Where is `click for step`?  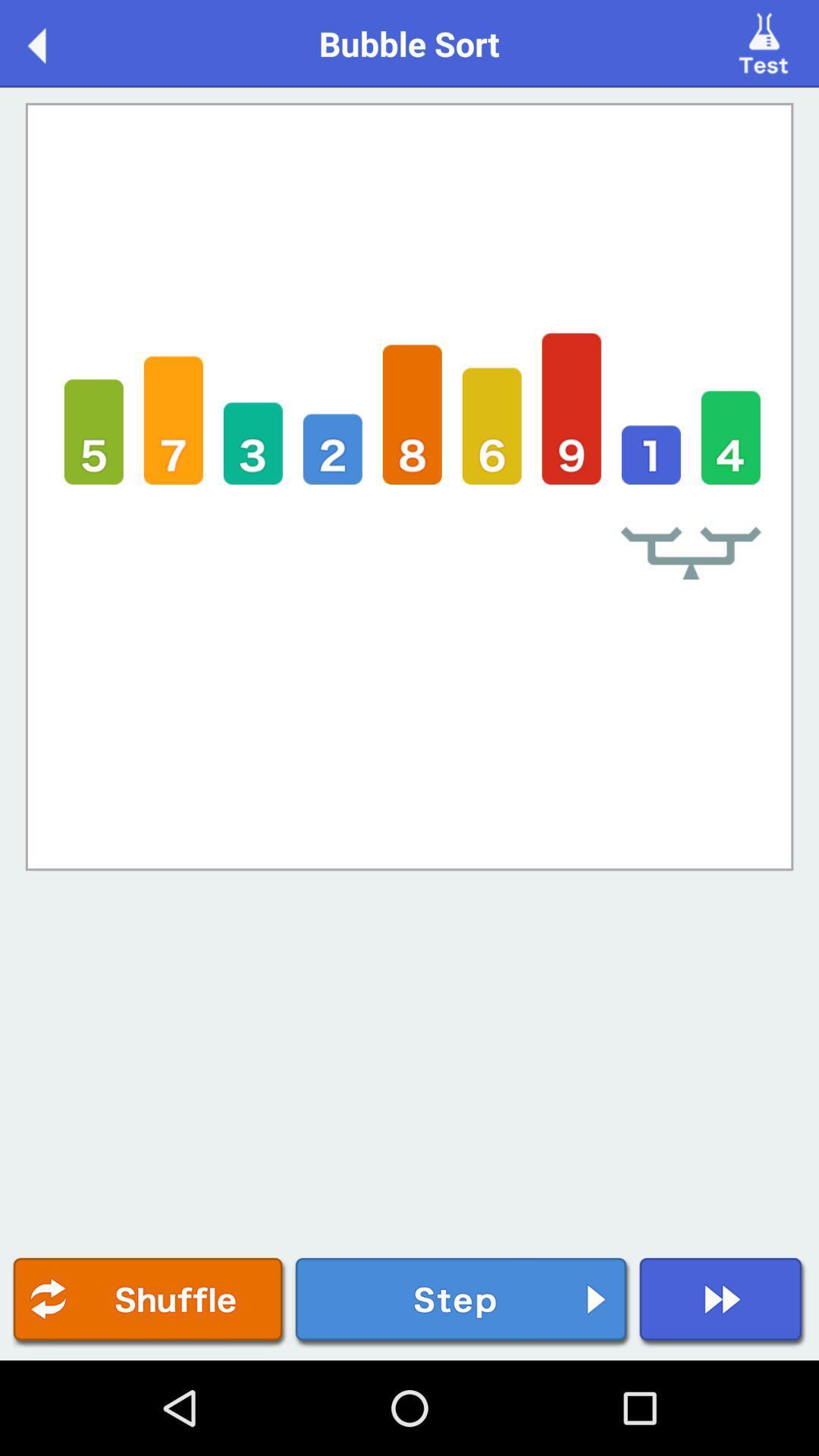 click for step is located at coordinates (462, 1301).